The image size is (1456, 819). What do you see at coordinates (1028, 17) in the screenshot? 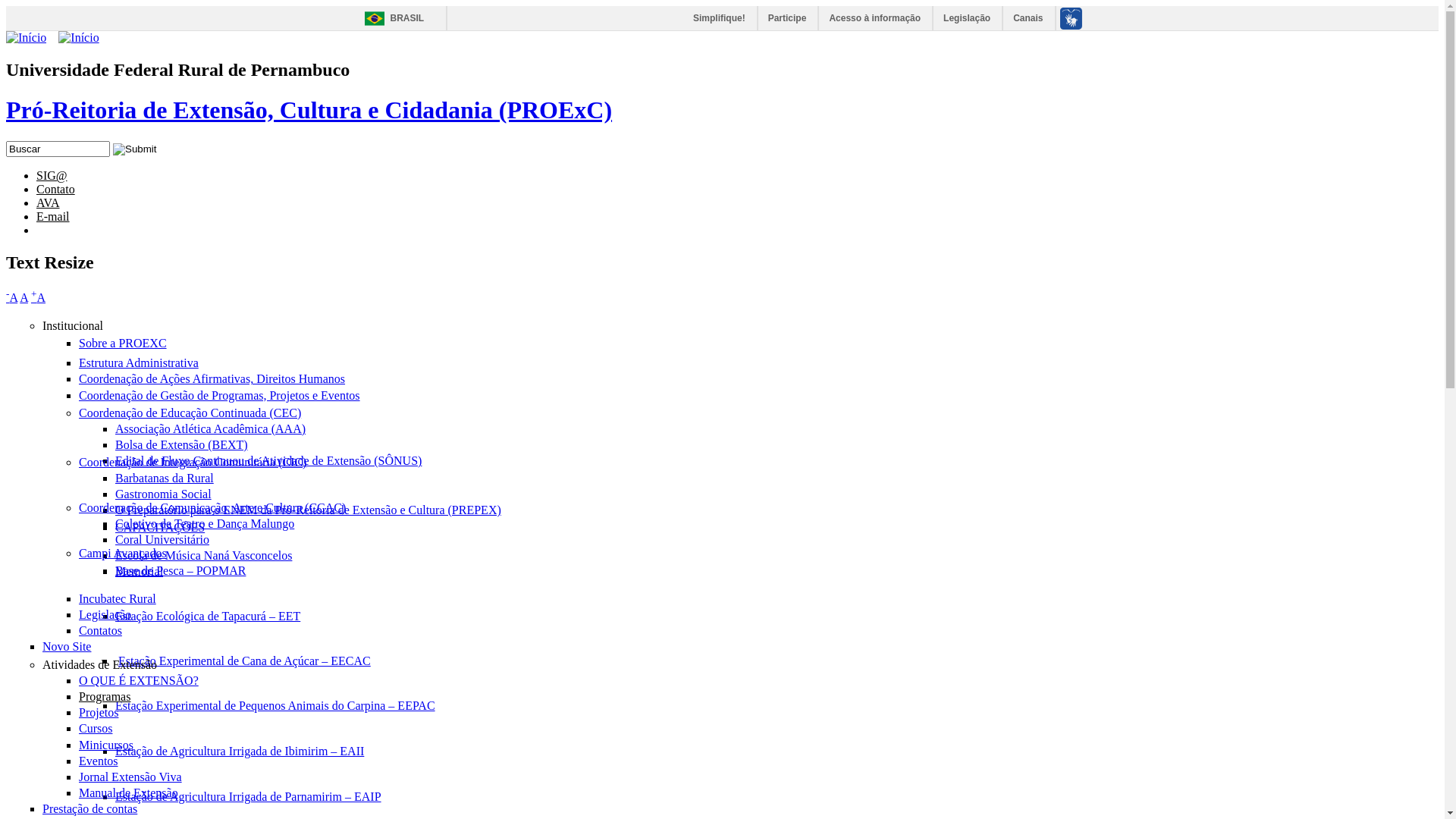
I see `'Canais'` at bounding box center [1028, 17].